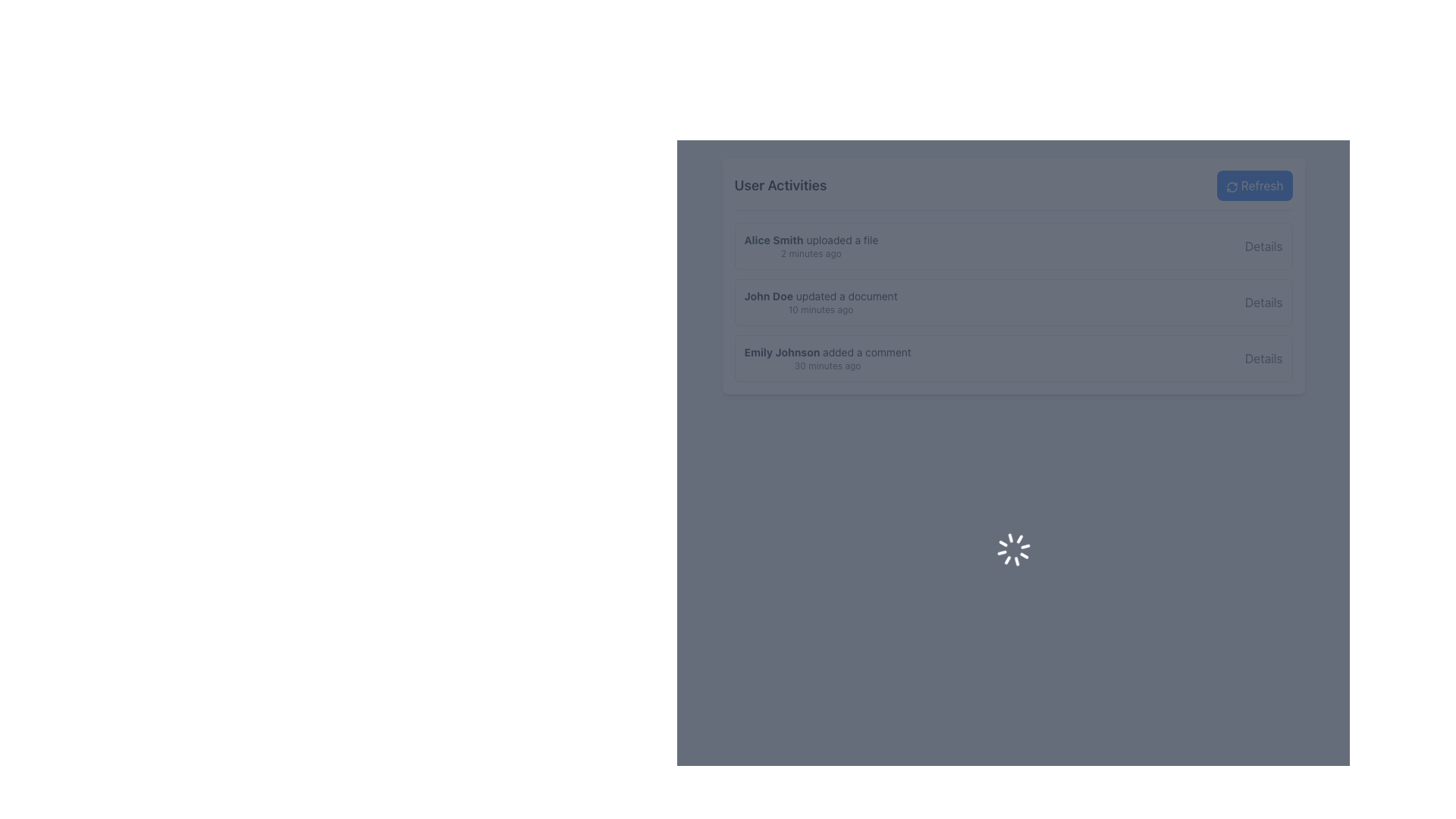 The image size is (1456, 819). What do you see at coordinates (810, 245) in the screenshot?
I see `activity details from the text block indicating that 'Alice Smith' uploaded a file, located in the 'User Activities' section, specifically the first activity item in the vertical list` at bounding box center [810, 245].